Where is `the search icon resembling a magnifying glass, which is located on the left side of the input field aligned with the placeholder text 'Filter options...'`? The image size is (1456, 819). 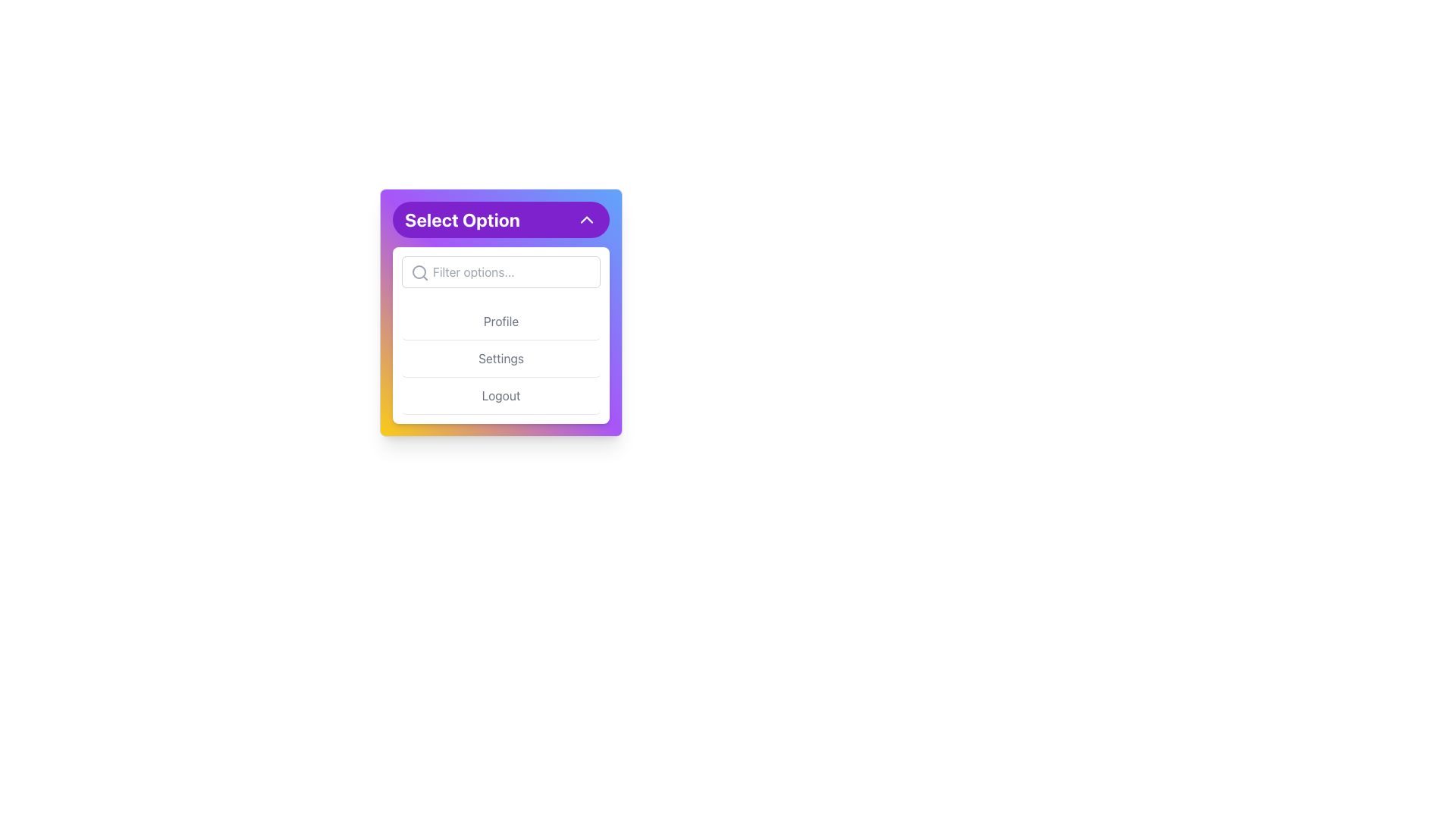 the search icon resembling a magnifying glass, which is located on the left side of the input field aligned with the placeholder text 'Filter options...' is located at coordinates (419, 271).